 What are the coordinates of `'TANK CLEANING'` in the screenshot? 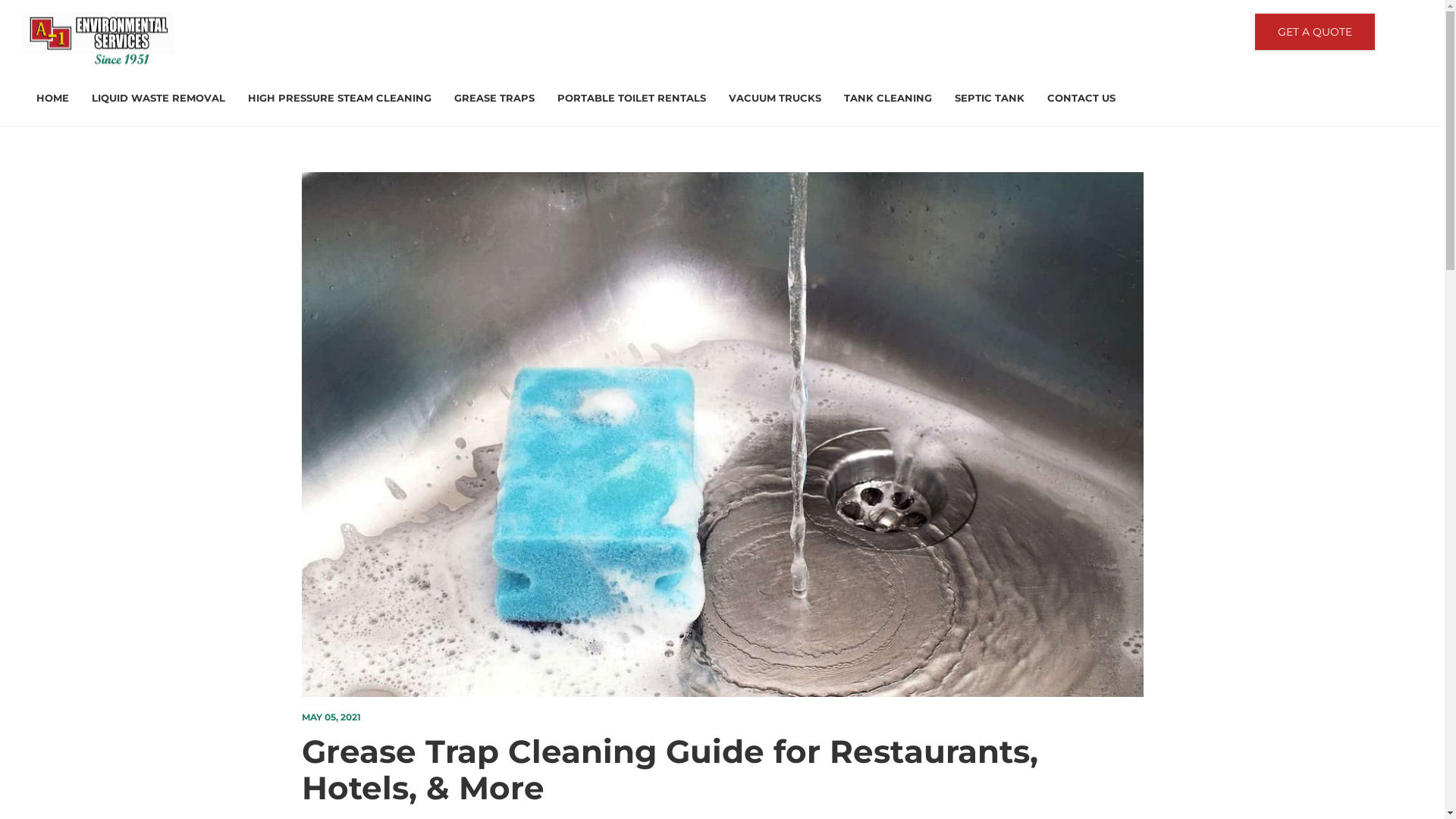 It's located at (885, 99).